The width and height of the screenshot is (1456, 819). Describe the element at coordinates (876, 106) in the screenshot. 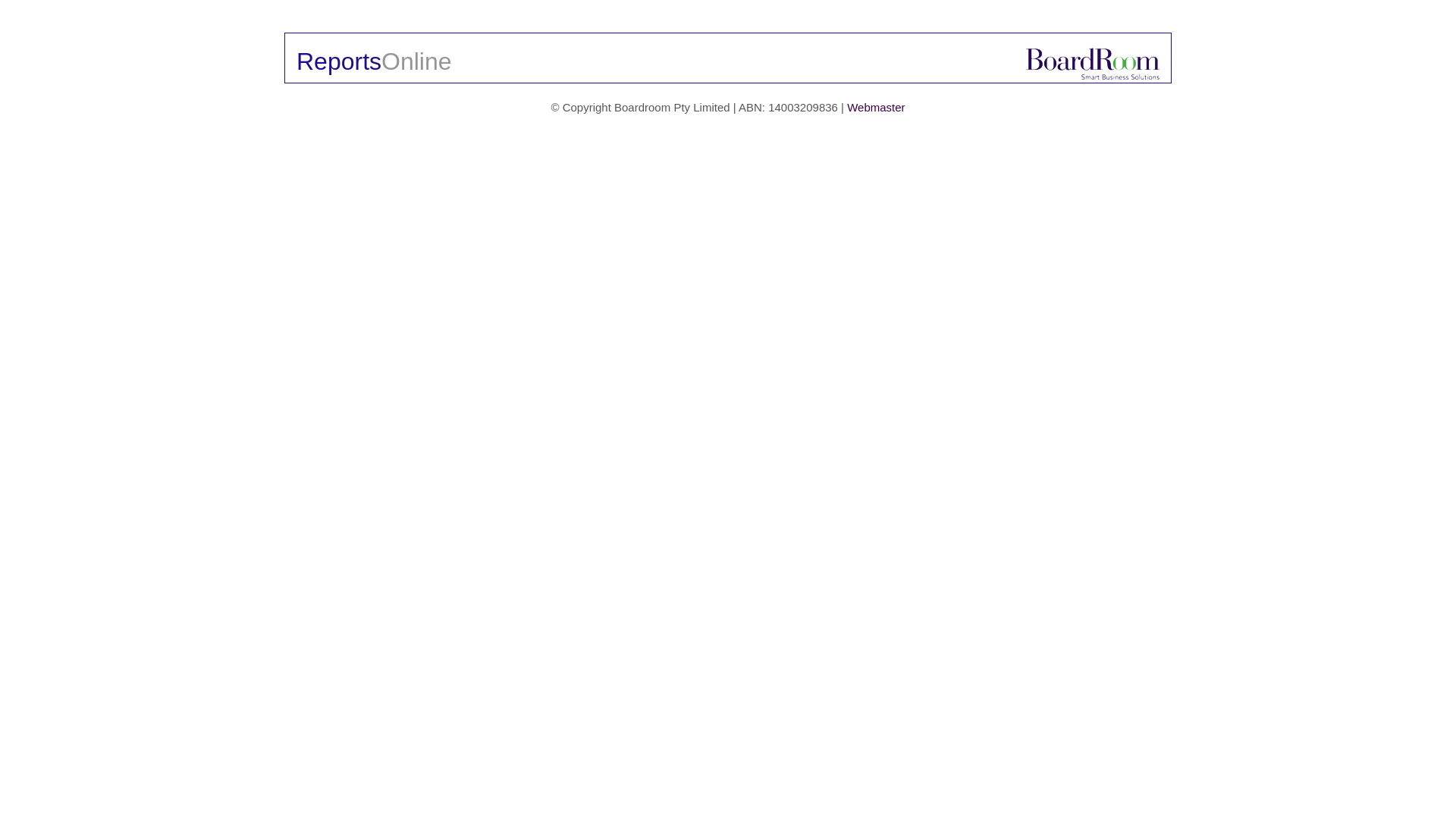

I see `'Webmaster'` at that location.